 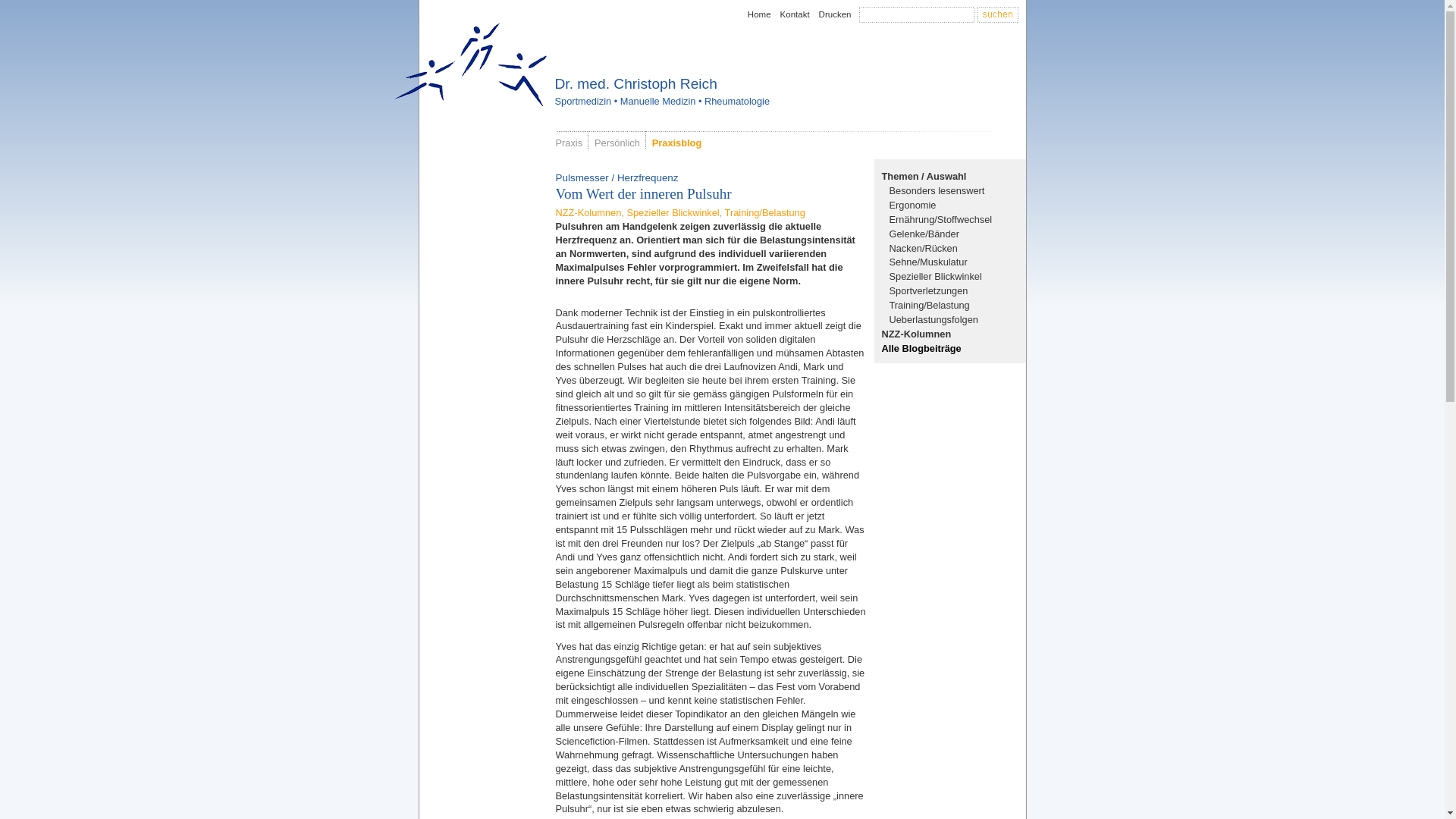 I want to click on 'Kontakt', so click(x=794, y=14).